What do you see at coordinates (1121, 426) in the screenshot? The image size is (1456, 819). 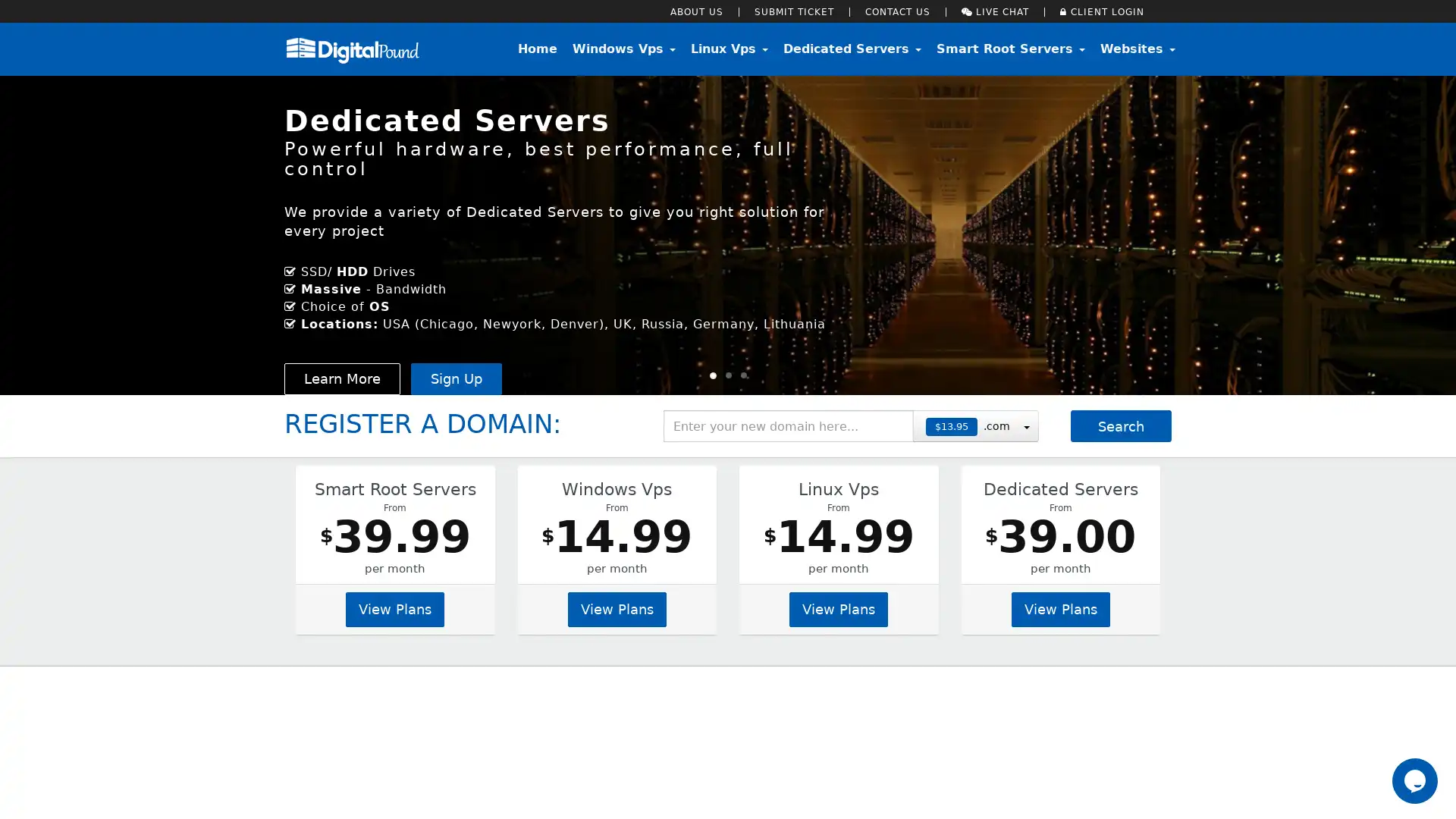 I see `Search` at bounding box center [1121, 426].